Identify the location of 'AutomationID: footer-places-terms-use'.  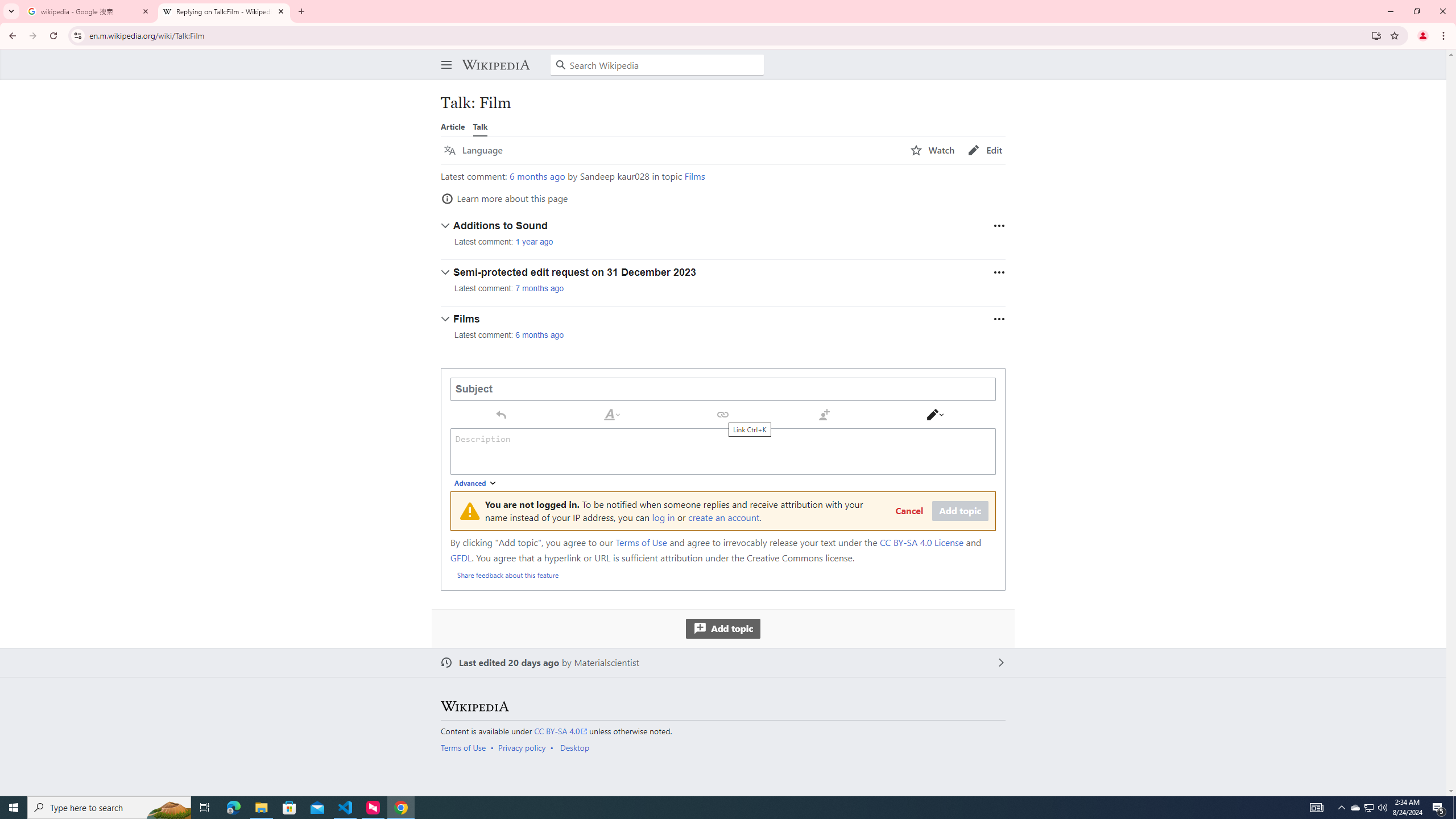
(466, 747).